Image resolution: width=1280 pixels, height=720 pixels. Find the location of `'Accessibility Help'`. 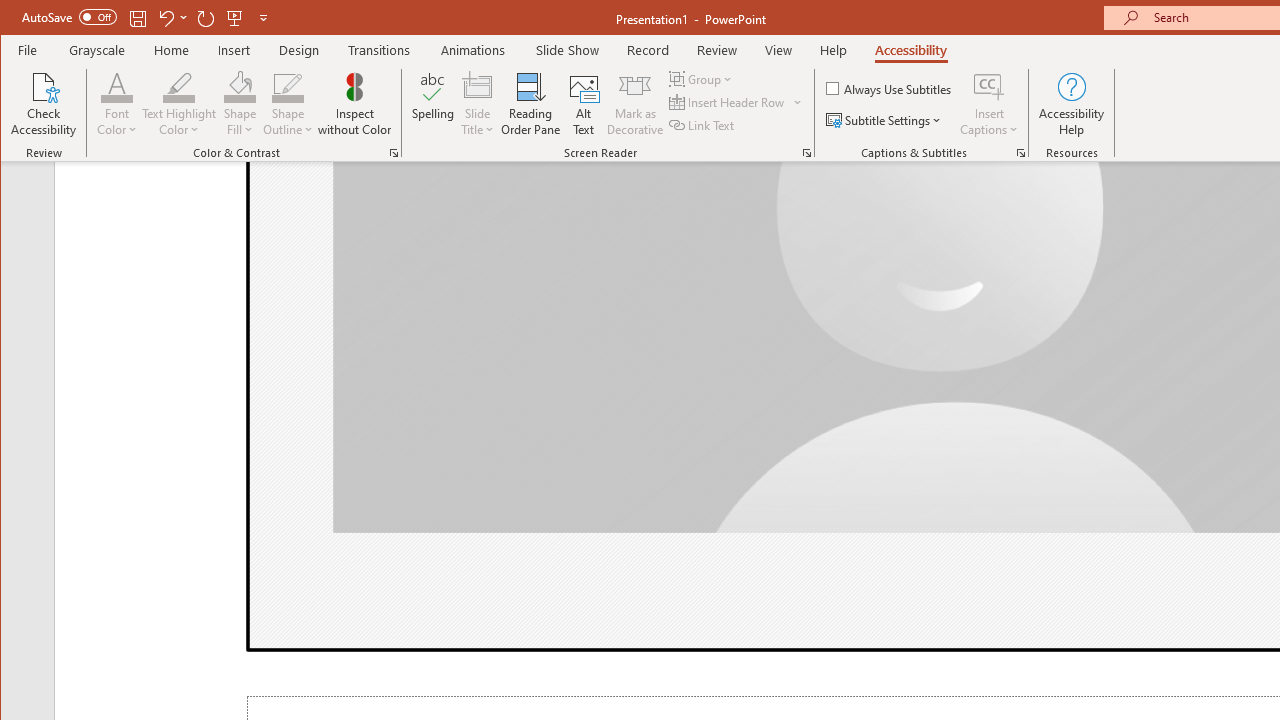

'Accessibility Help' is located at coordinates (1071, 104).